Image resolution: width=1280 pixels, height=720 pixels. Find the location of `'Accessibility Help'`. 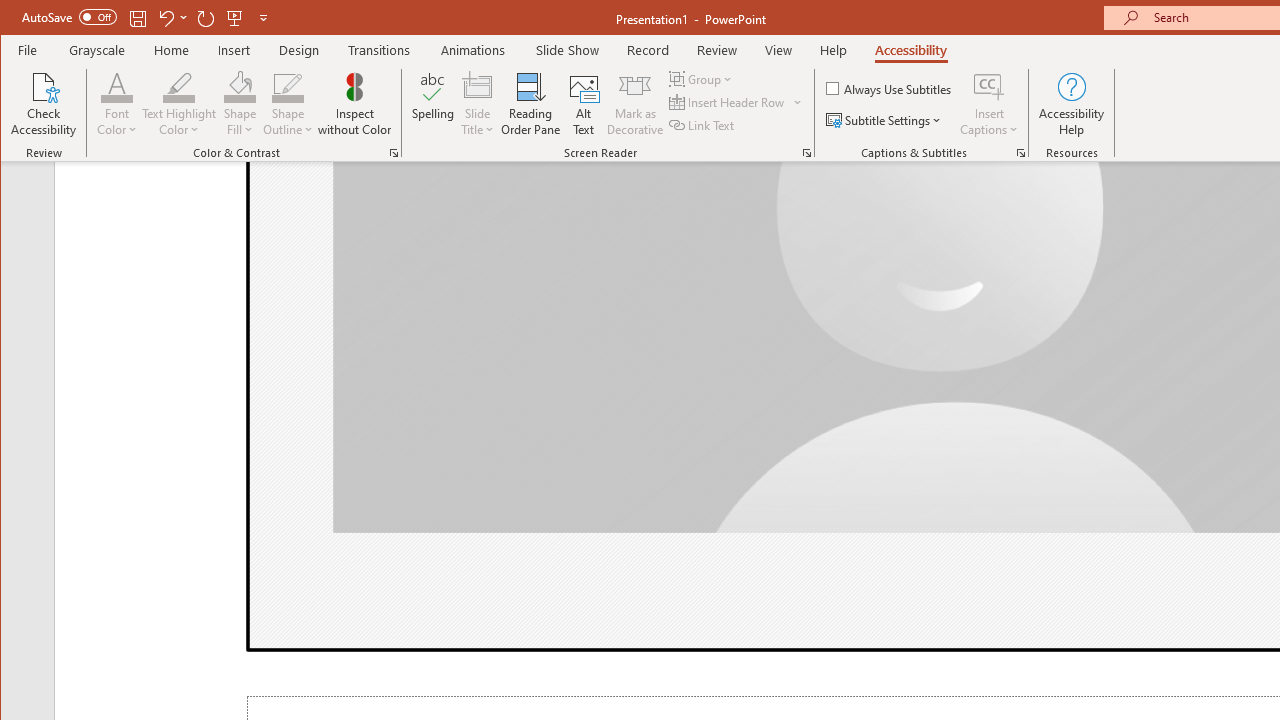

'Accessibility Help' is located at coordinates (1071, 104).